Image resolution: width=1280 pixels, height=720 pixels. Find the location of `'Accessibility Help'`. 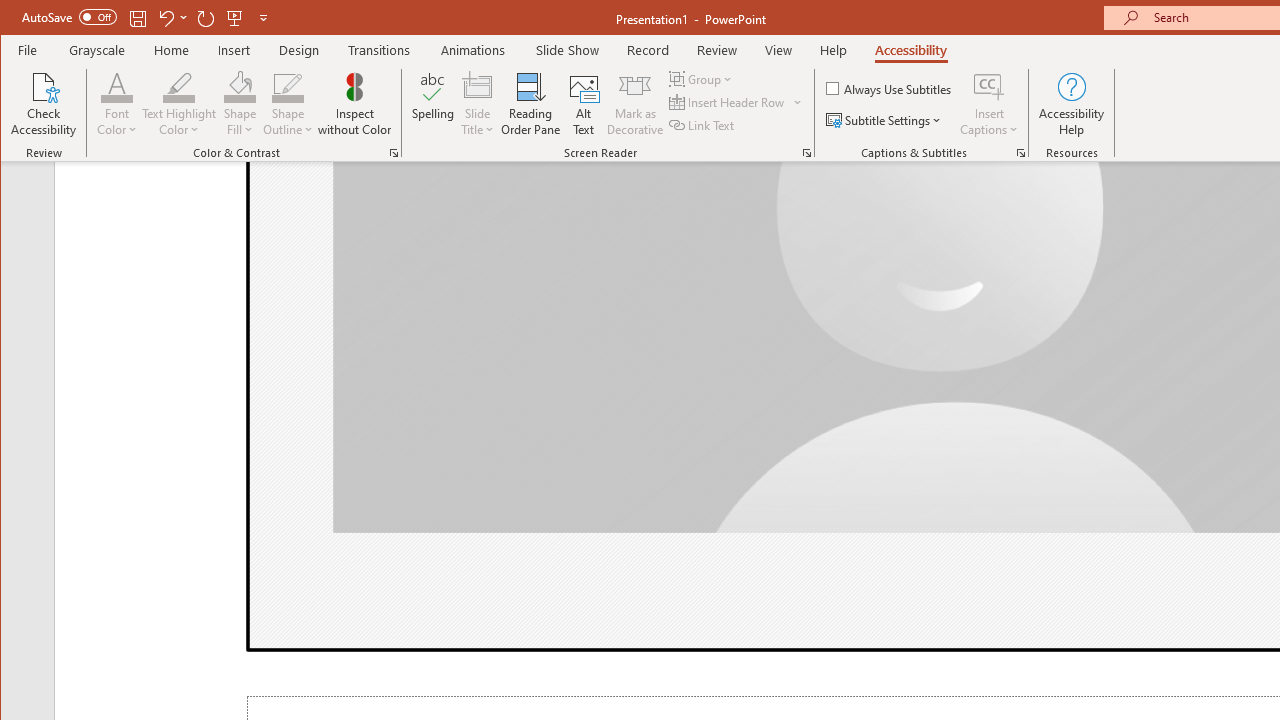

'Accessibility Help' is located at coordinates (1071, 104).